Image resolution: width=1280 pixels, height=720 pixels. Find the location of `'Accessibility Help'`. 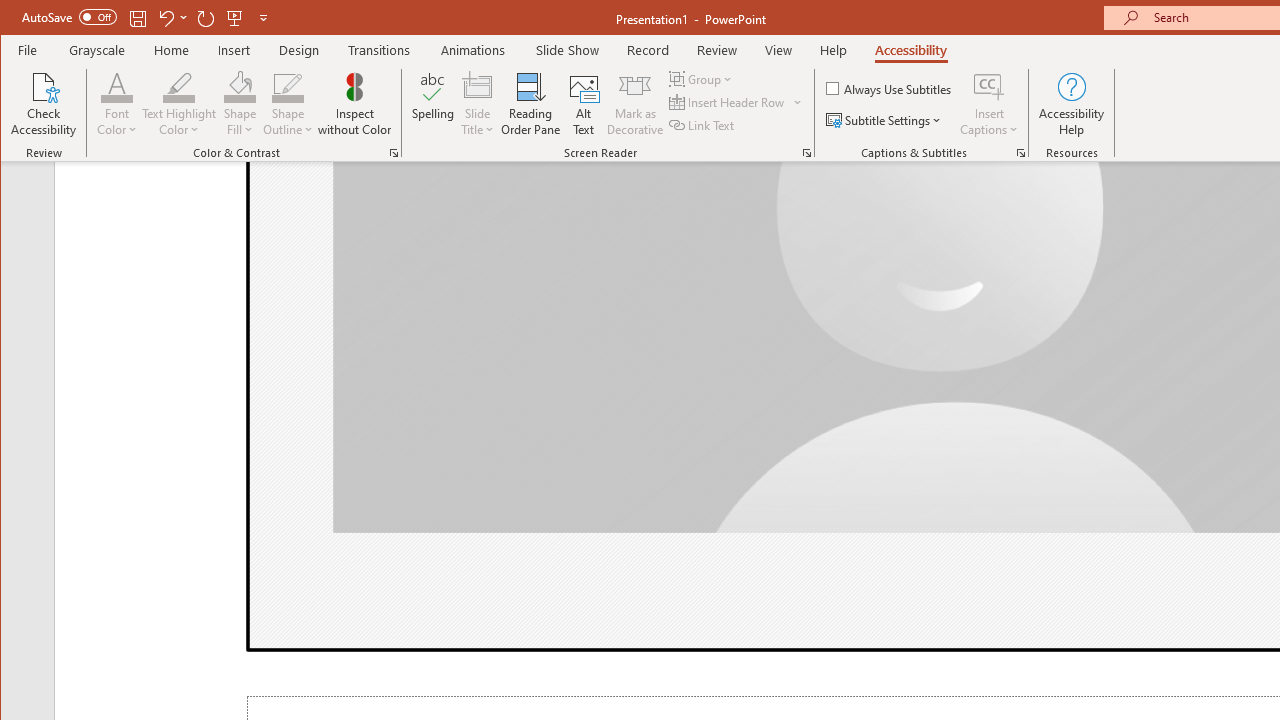

'Accessibility Help' is located at coordinates (1071, 104).